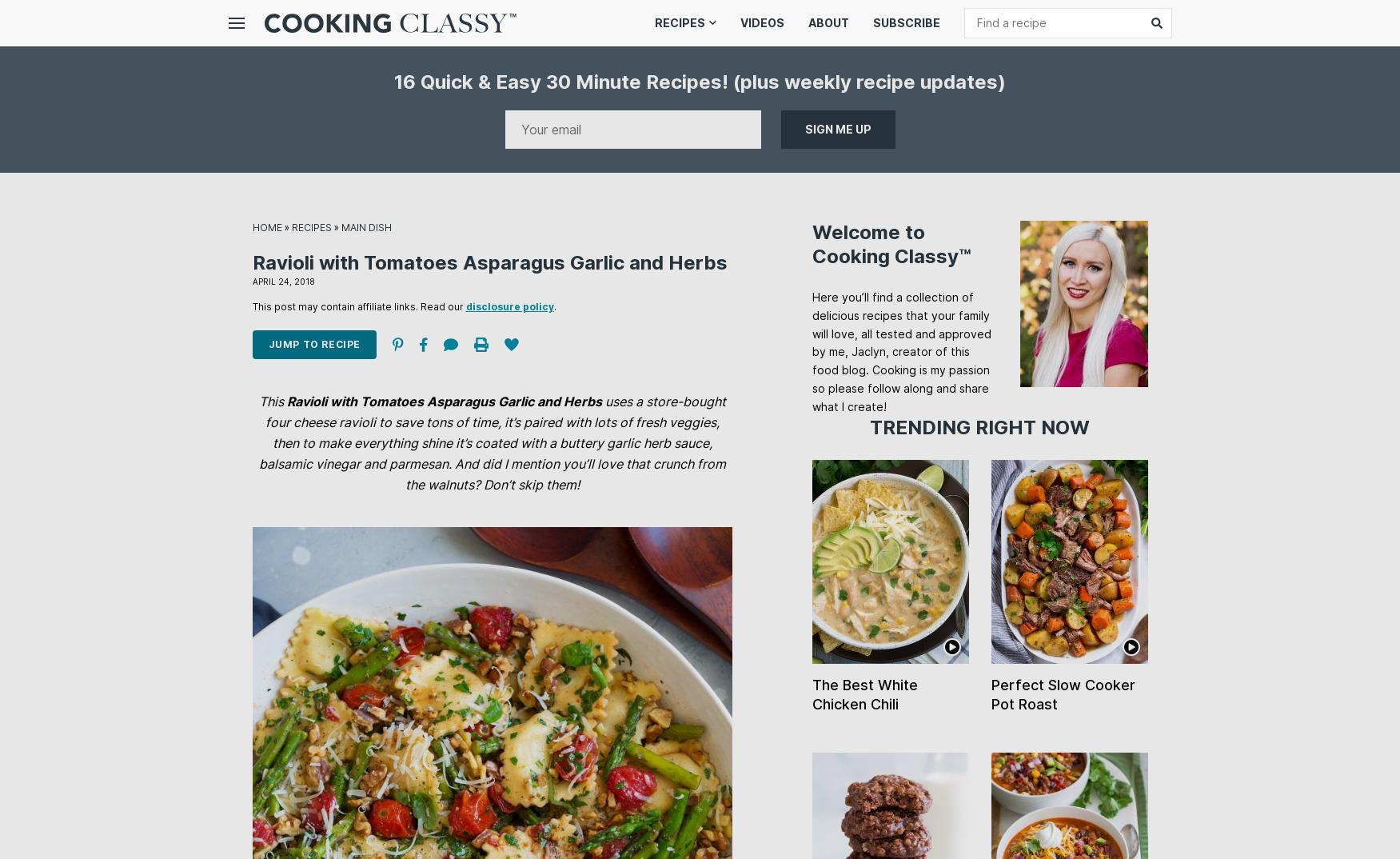 The image size is (1400, 859). Describe the element at coordinates (906, 22) in the screenshot. I see `'Subscribe'` at that location.